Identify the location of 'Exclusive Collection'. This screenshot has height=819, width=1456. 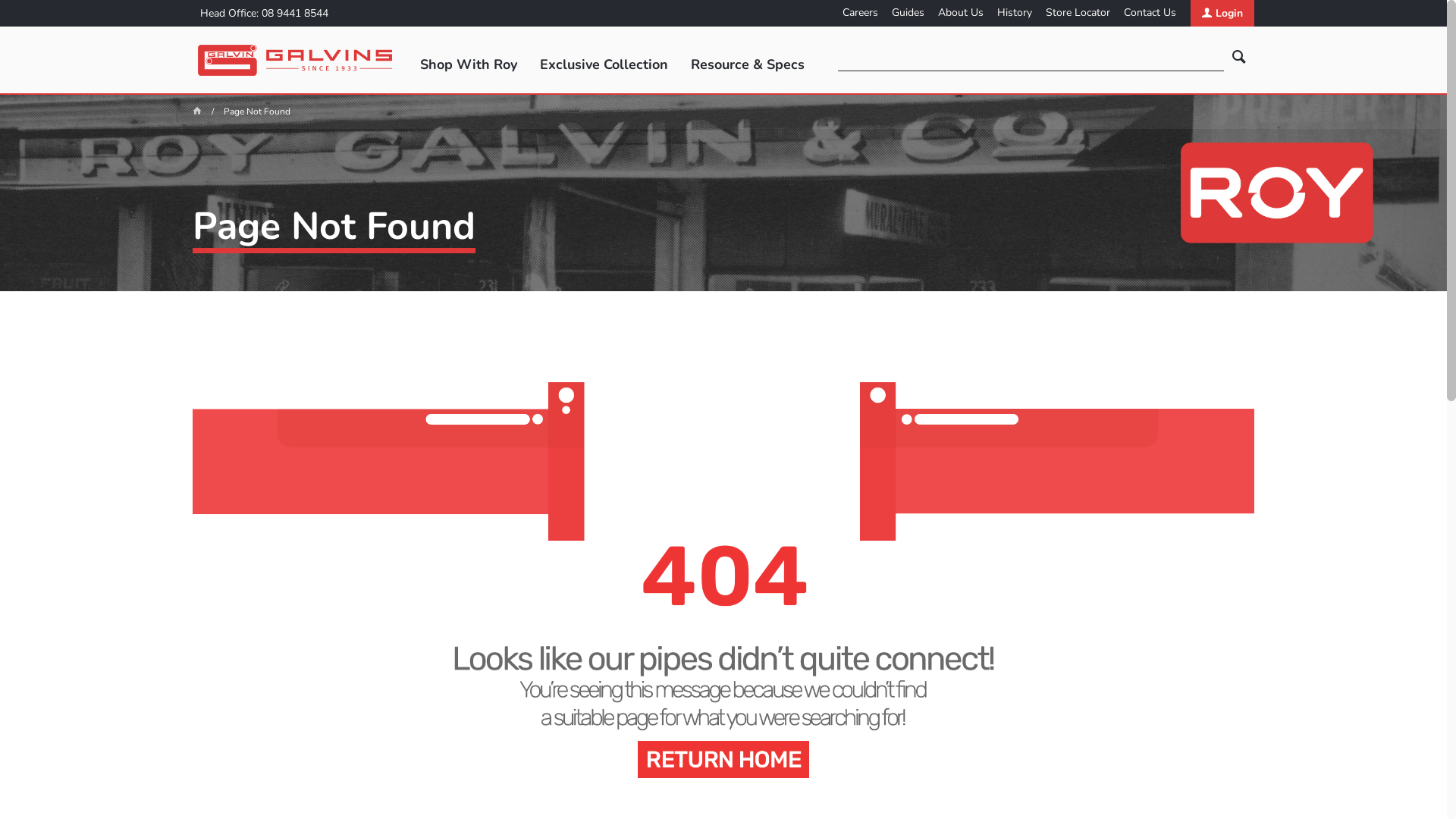
(603, 64).